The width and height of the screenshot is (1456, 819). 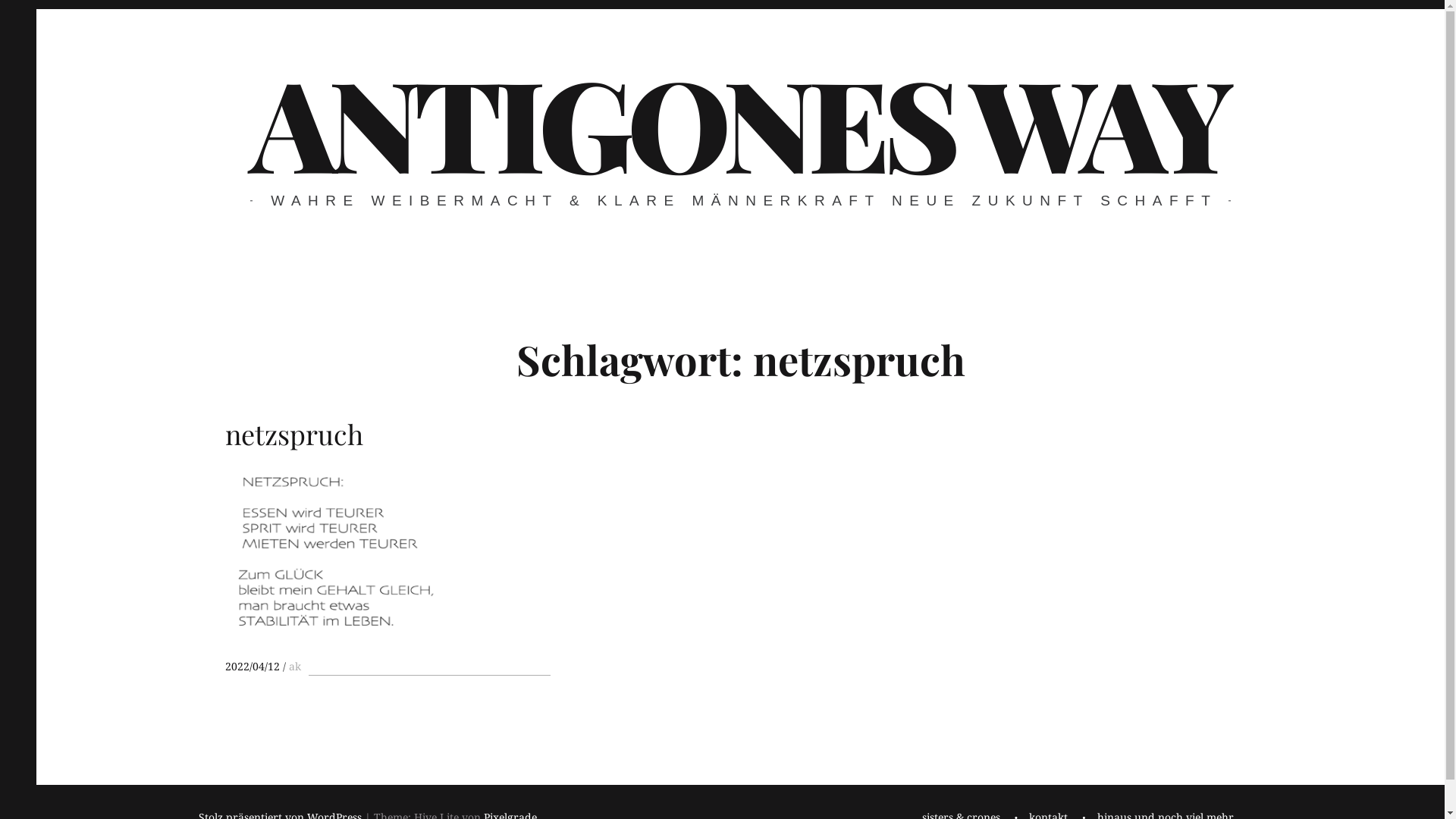 I want to click on 'Springe zum Inhalt', so click(x=36, y=8).